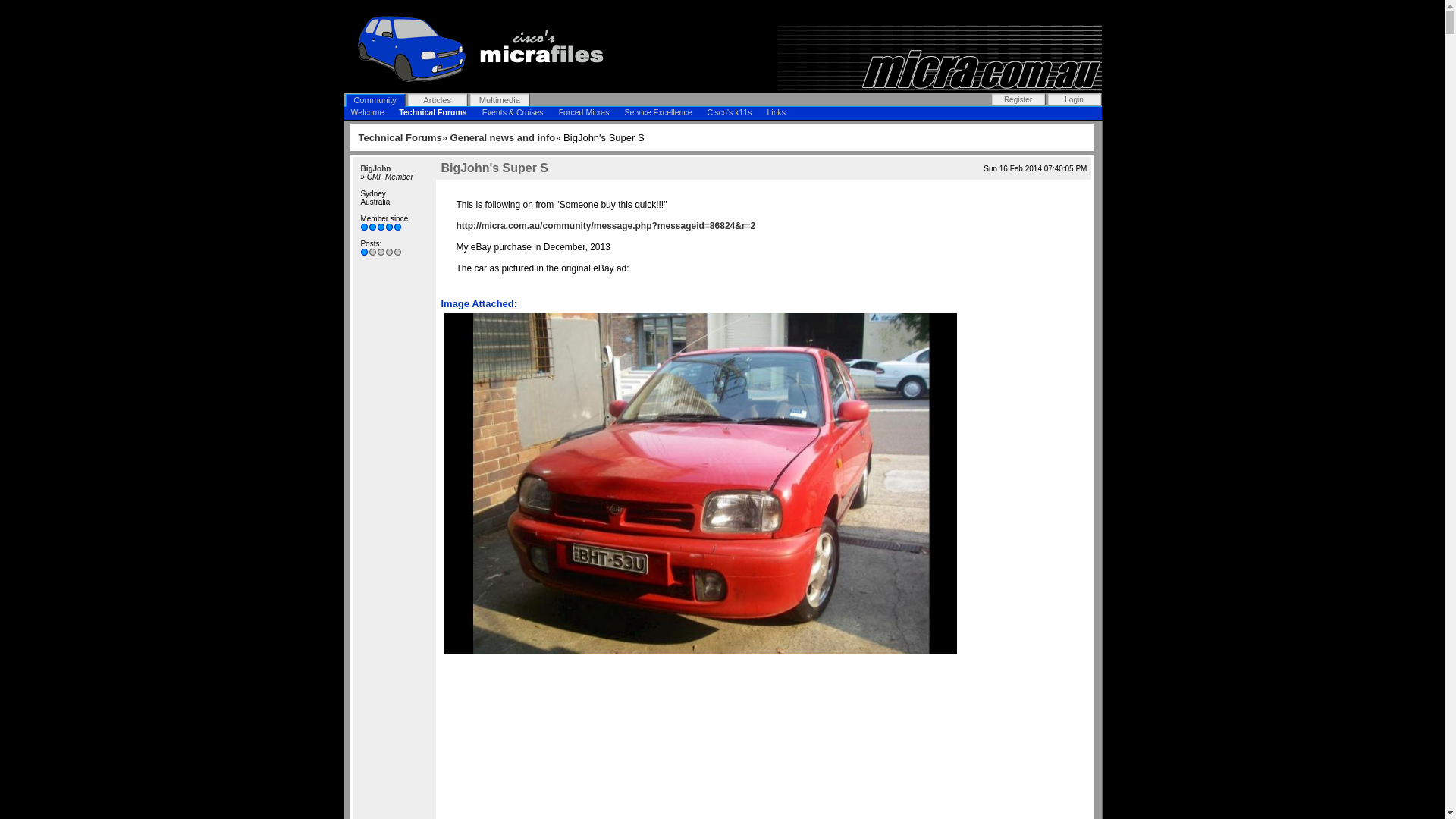  I want to click on 'Forced Micras', so click(583, 112).